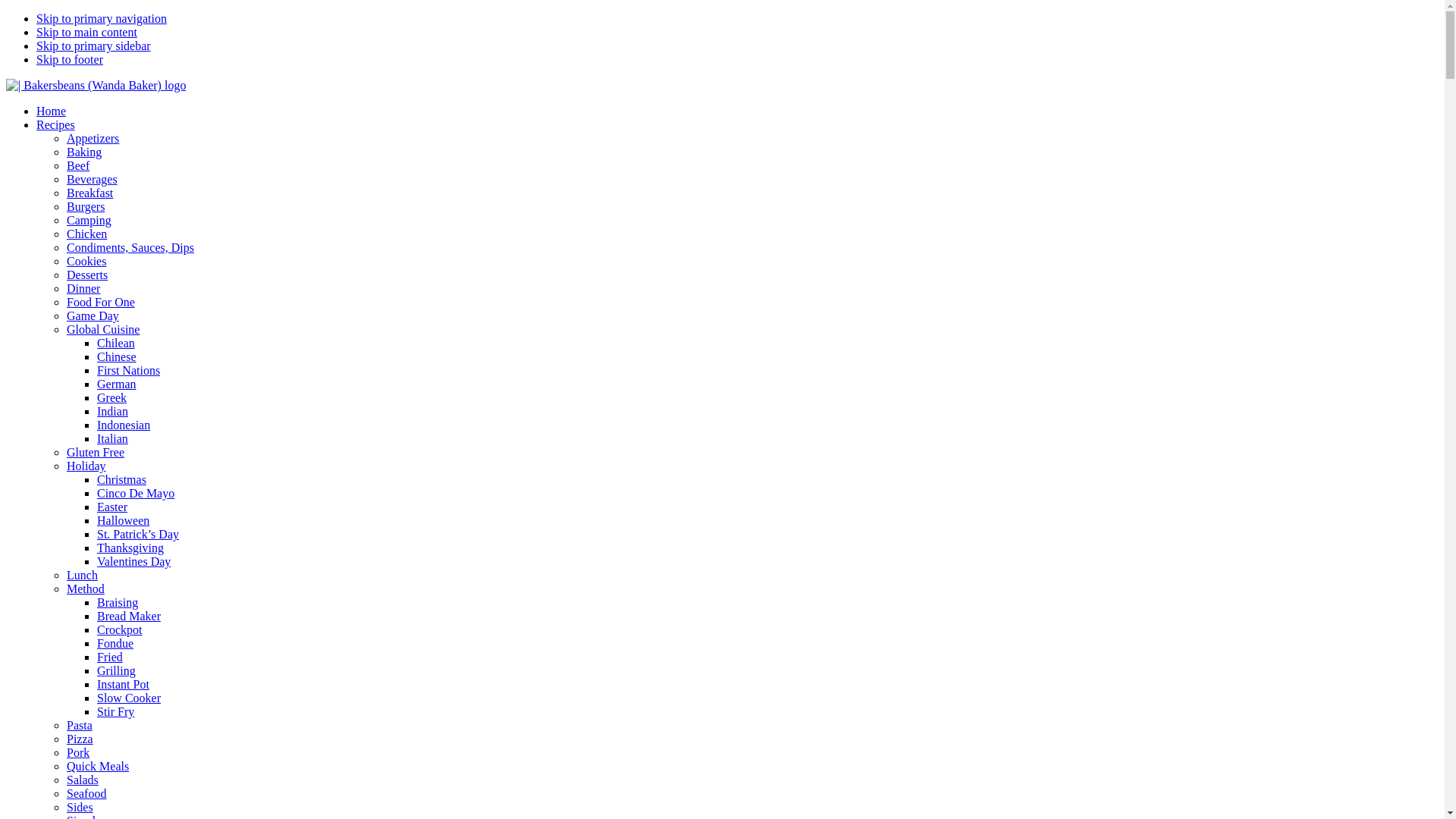  What do you see at coordinates (95, 85) in the screenshot?
I see `'| Bakersbeans (Wanda Baker)'` at bounding box center [95, 85].